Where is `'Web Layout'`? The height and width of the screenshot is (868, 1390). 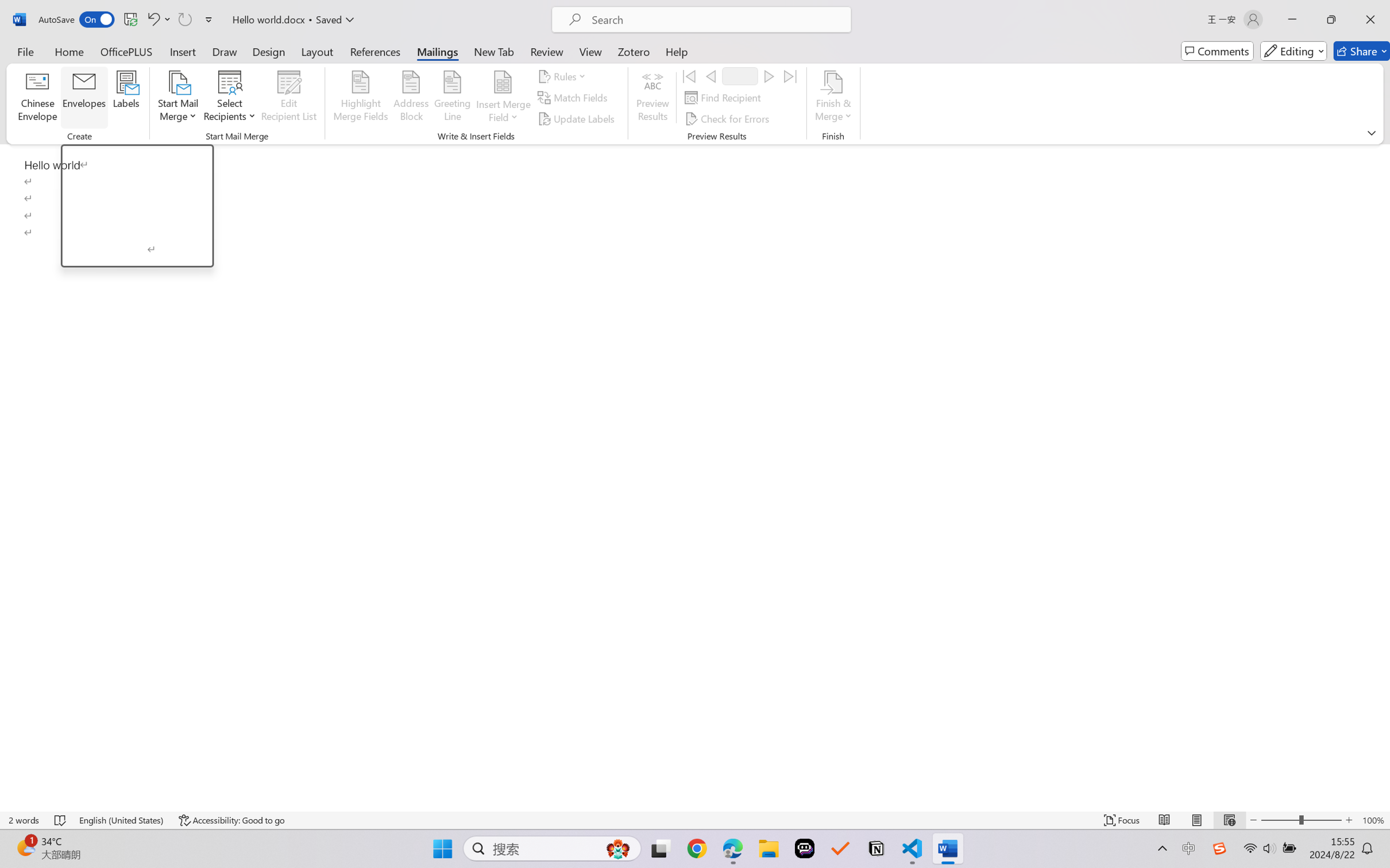 'Web Layout' is located at coordinates (1229, 820).